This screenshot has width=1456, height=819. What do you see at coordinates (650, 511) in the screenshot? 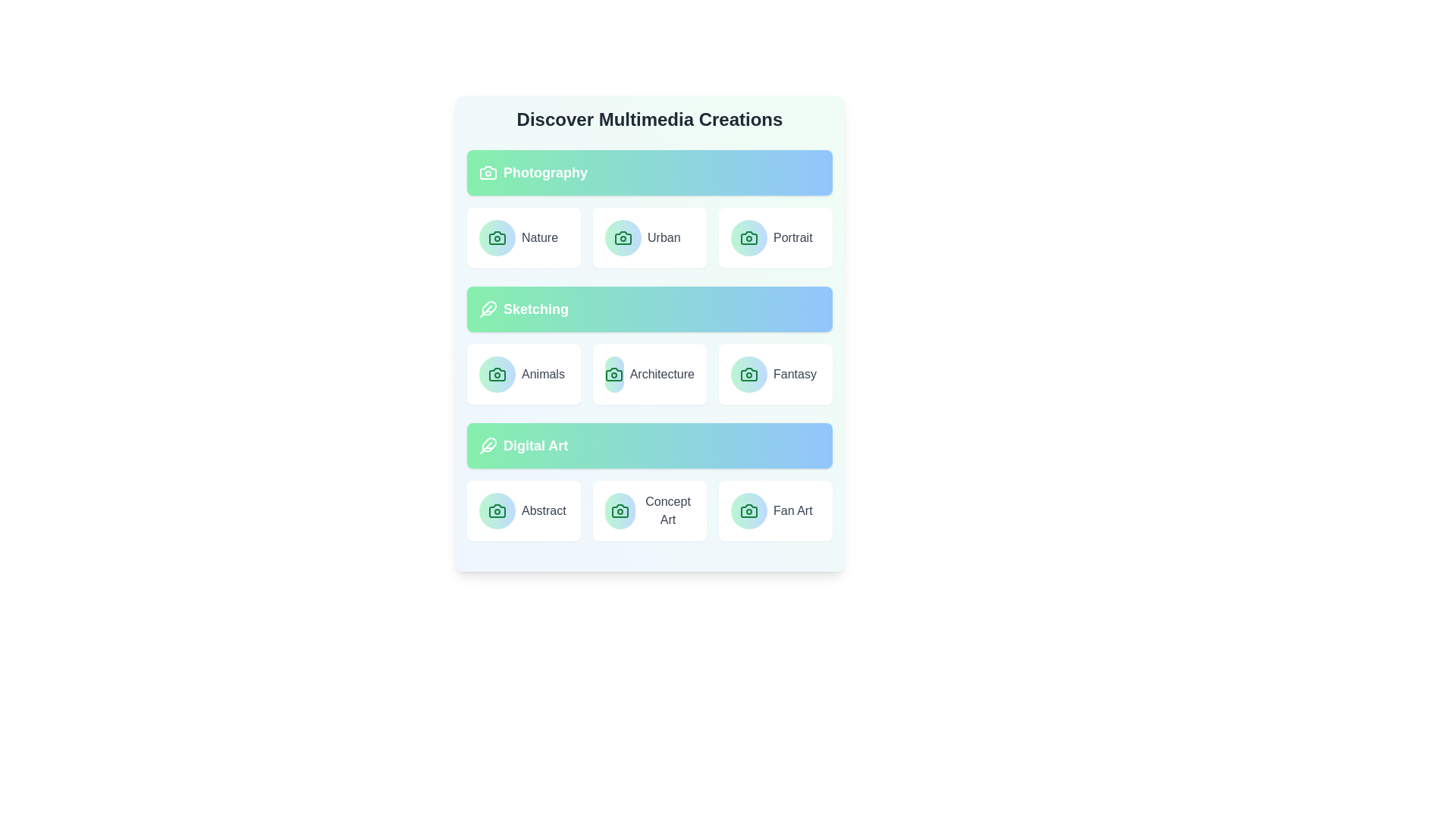
I see `the item labeled Concept Art` at bounding box center [650, 511].